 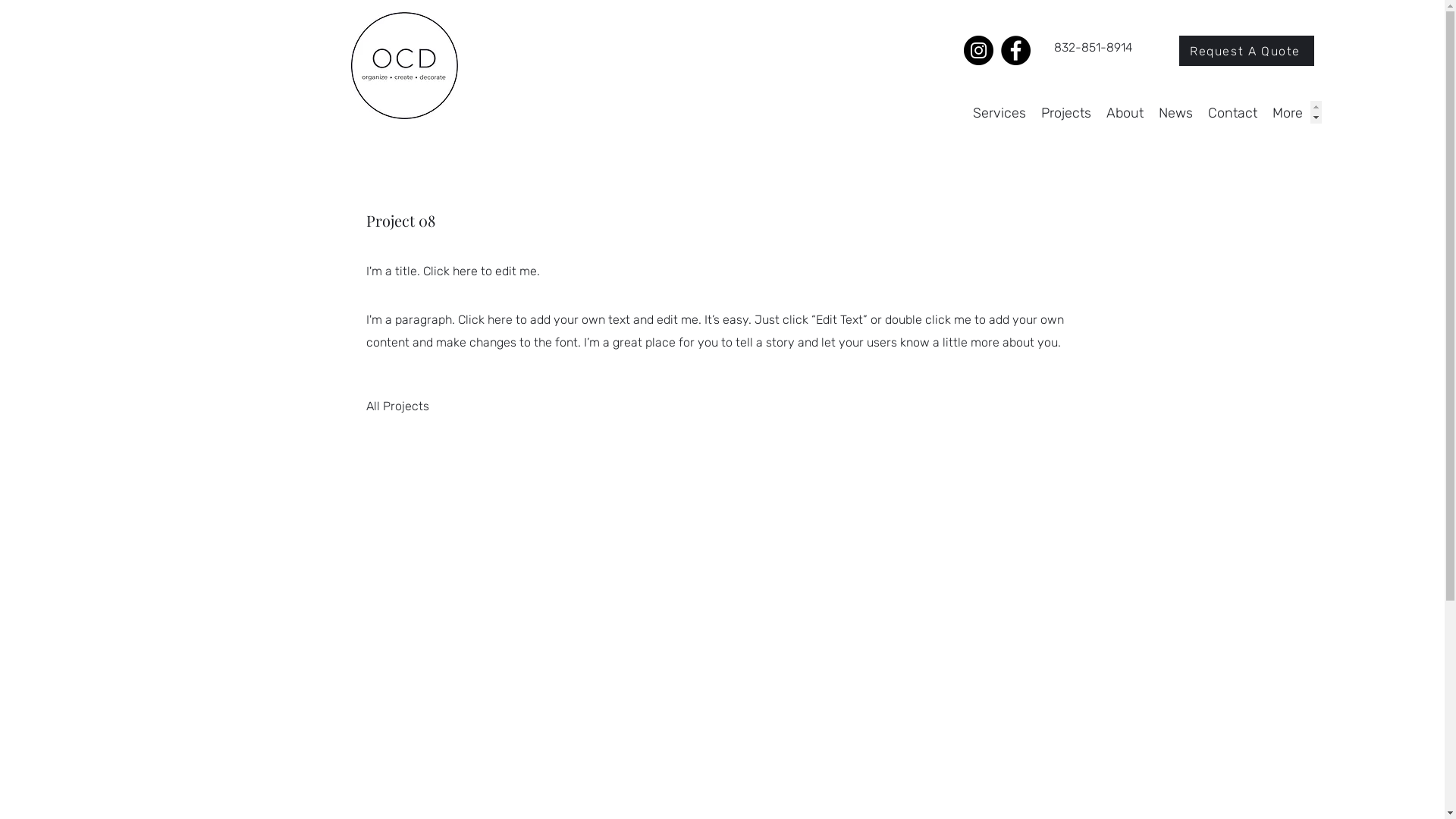 I want to click on 'About', so click(x=1125, y=111).